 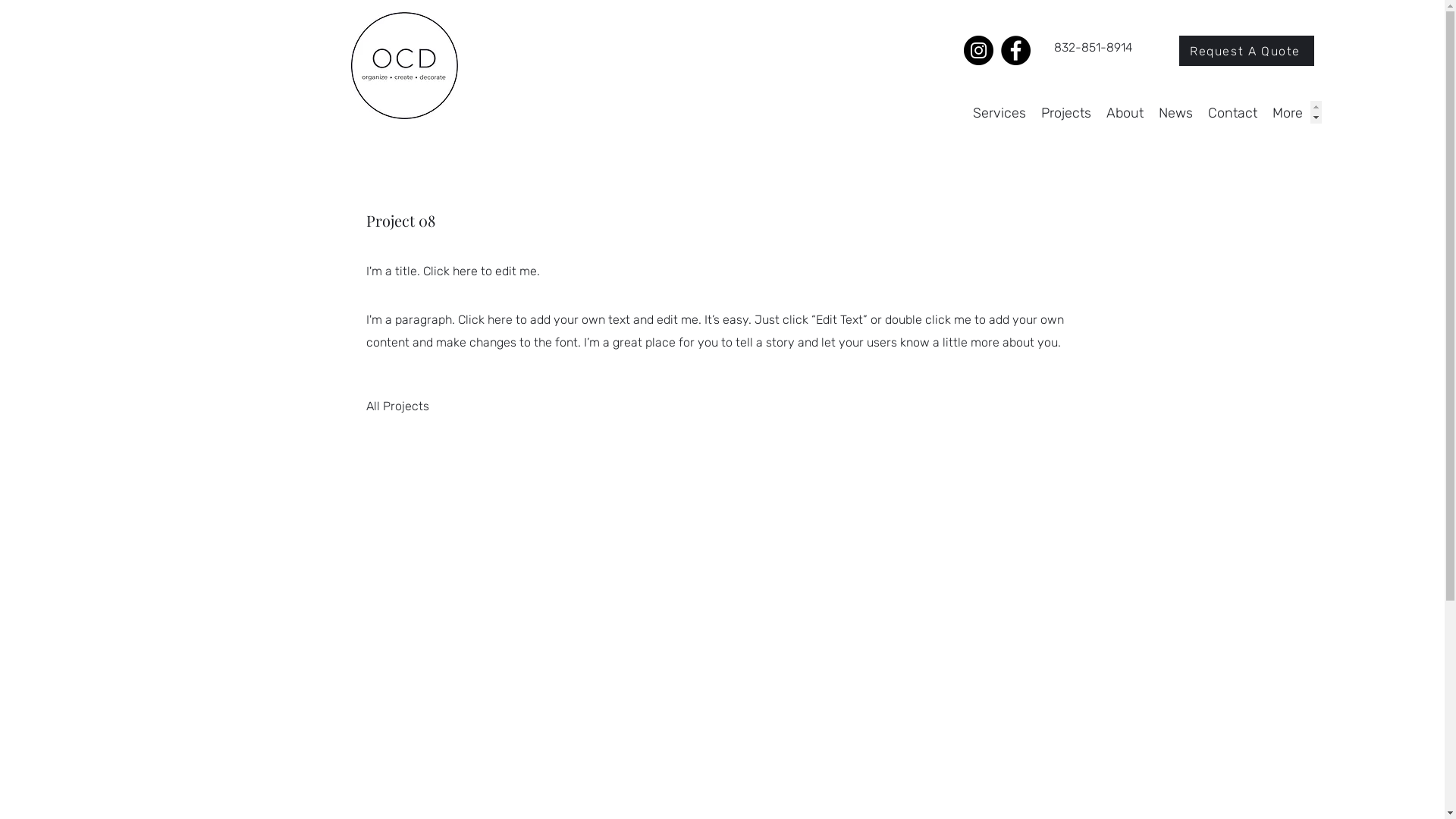 I want to click on 'About', so click(x=1125, y=111).